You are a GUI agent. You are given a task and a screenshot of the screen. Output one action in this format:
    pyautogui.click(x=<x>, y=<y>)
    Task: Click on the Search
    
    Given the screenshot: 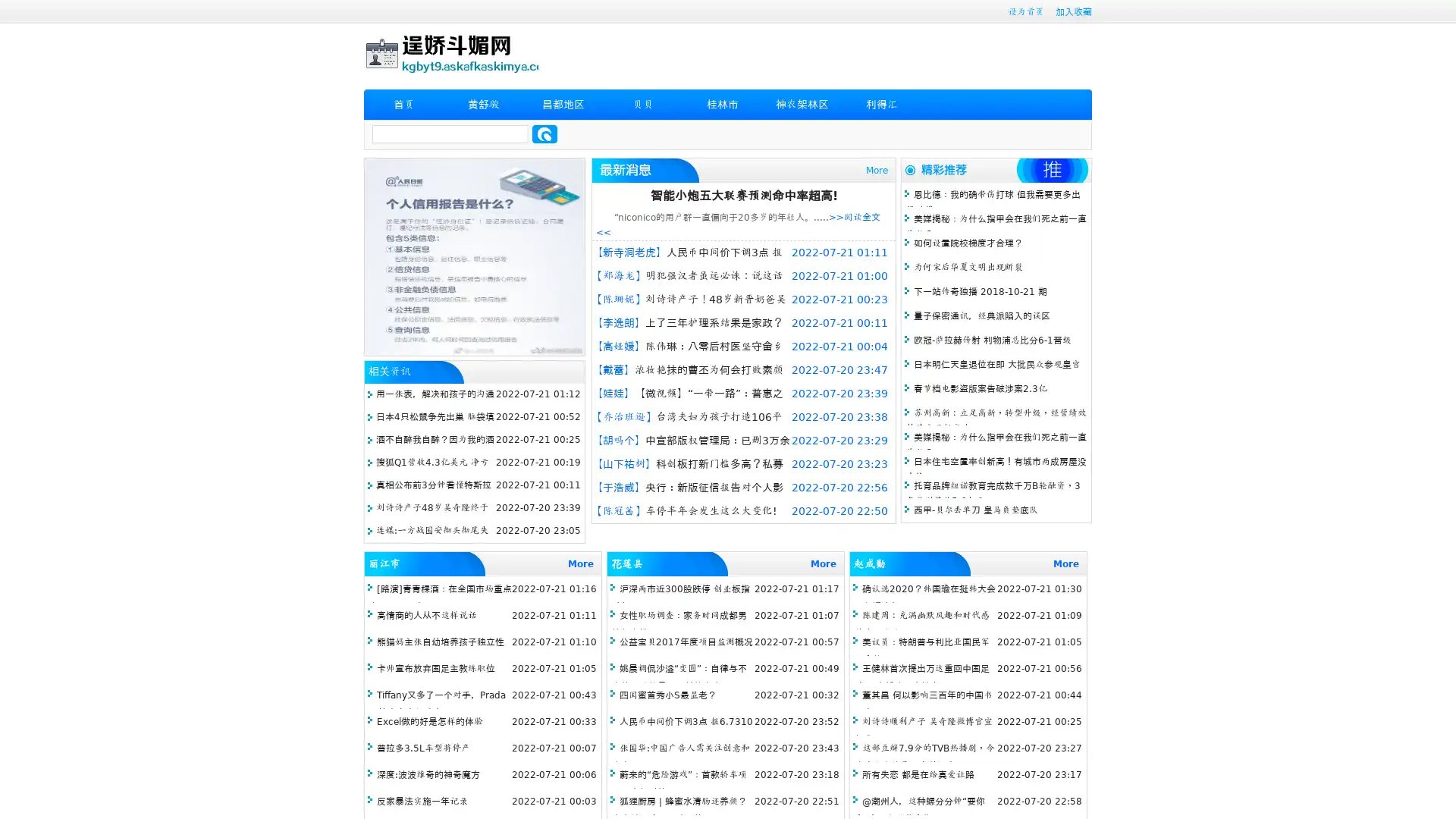 What is the action you would take?
    pyautogui.click(x=544, y=133)
    